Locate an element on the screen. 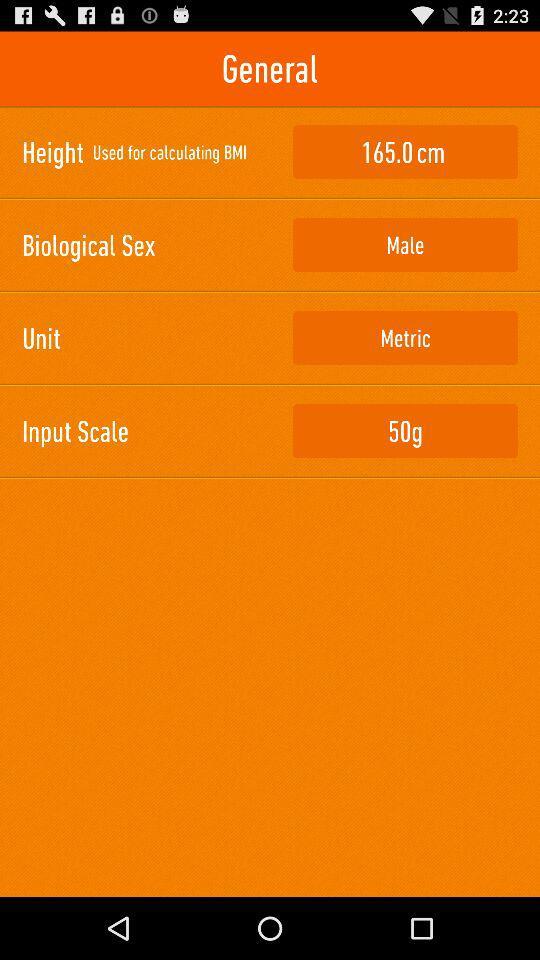 The width and height of the screenshot is (540, 960). input height is located at coordinates (405, 151).